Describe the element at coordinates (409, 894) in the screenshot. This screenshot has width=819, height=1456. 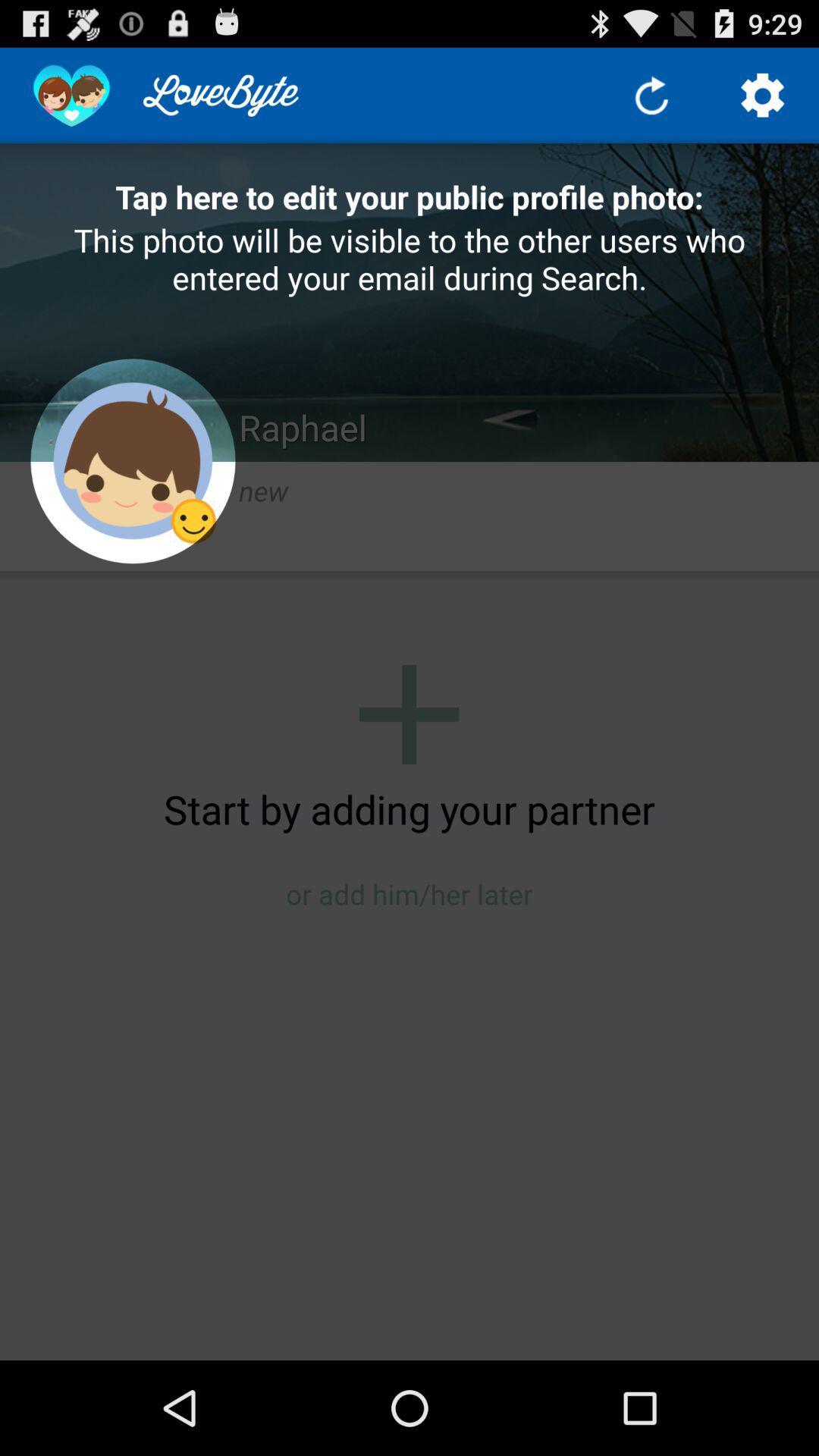
I see `the or add him app` at that location.